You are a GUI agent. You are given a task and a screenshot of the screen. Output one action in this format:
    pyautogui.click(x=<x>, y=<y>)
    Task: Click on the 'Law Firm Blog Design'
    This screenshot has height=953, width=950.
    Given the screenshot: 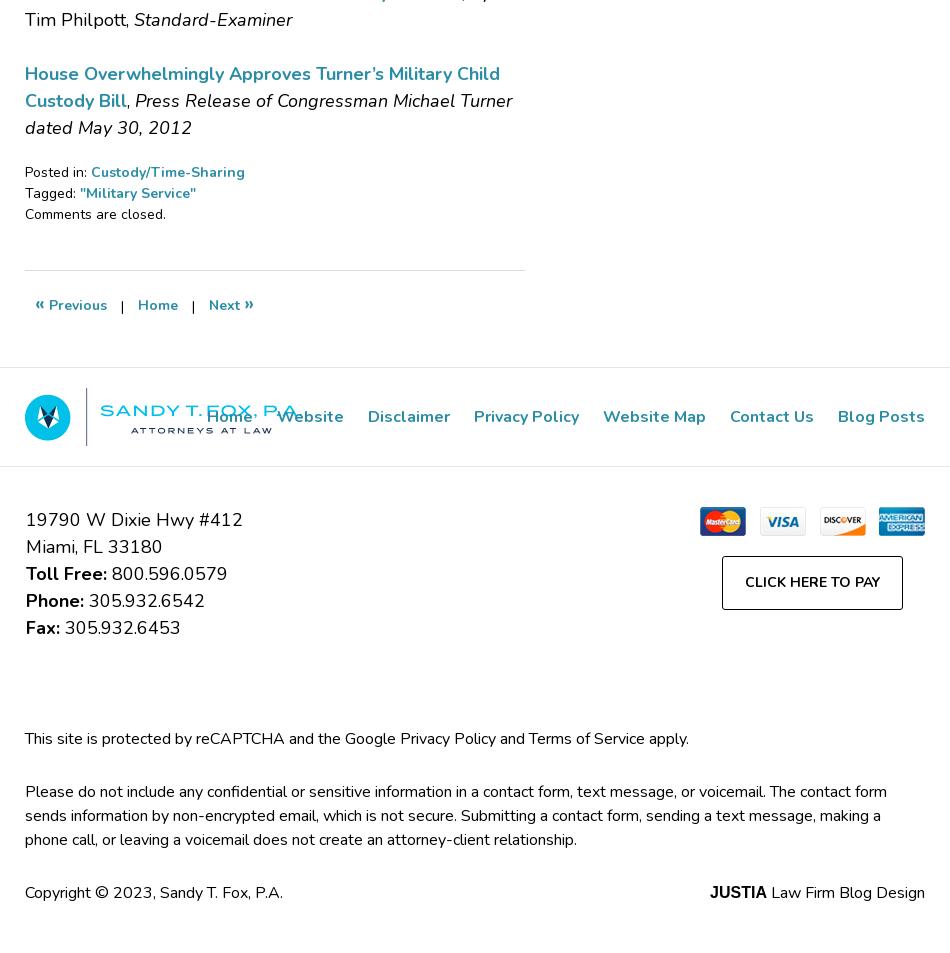 What is the action you would take?
    pyautogui.click(x=766, y=892)
    